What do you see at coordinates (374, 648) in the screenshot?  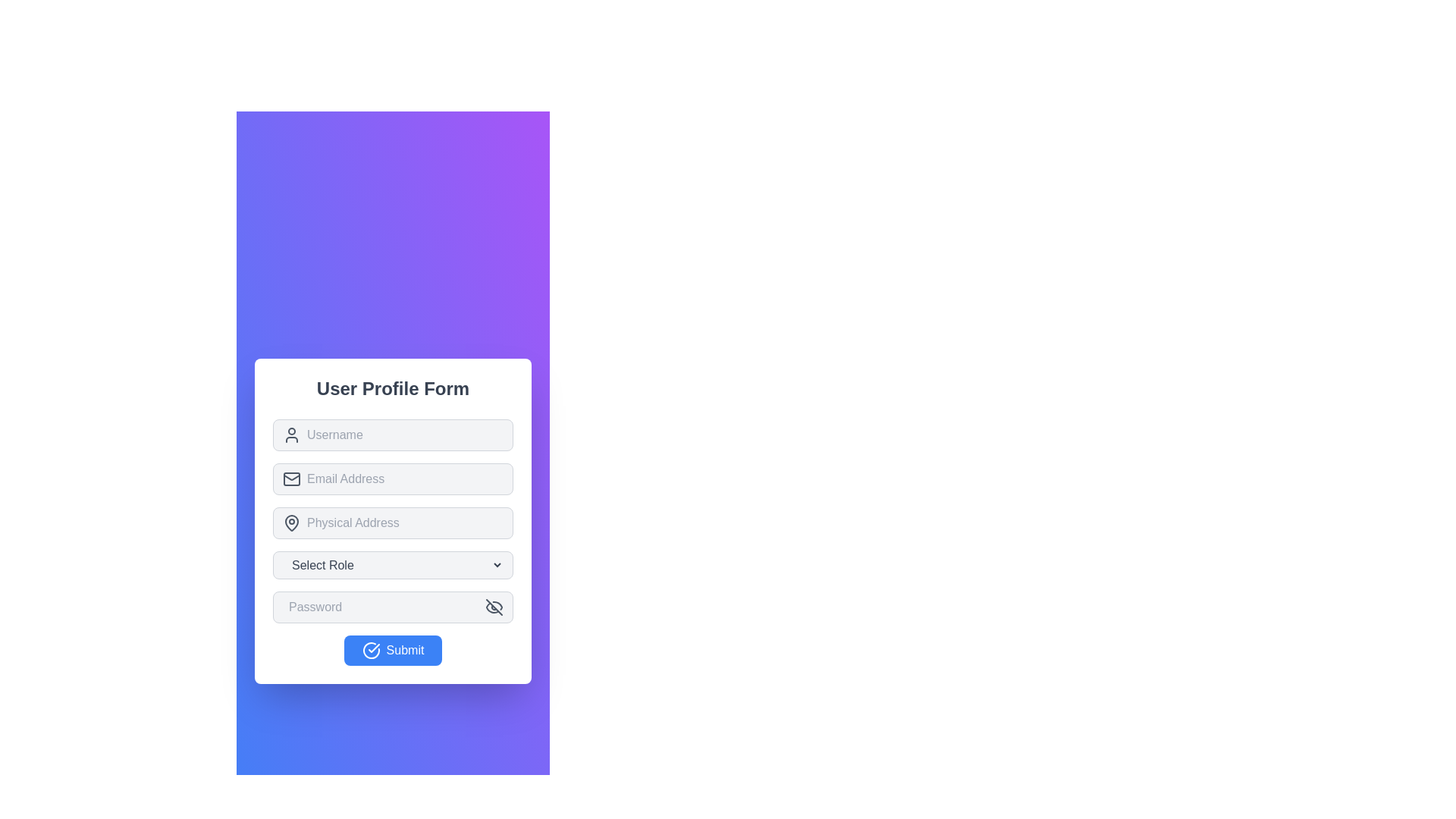 I see `the success icon located adjacent to the 'Submit' button at the bottom of the form to indicate successful completion or verification of an action` at bounding box center [374, 648].